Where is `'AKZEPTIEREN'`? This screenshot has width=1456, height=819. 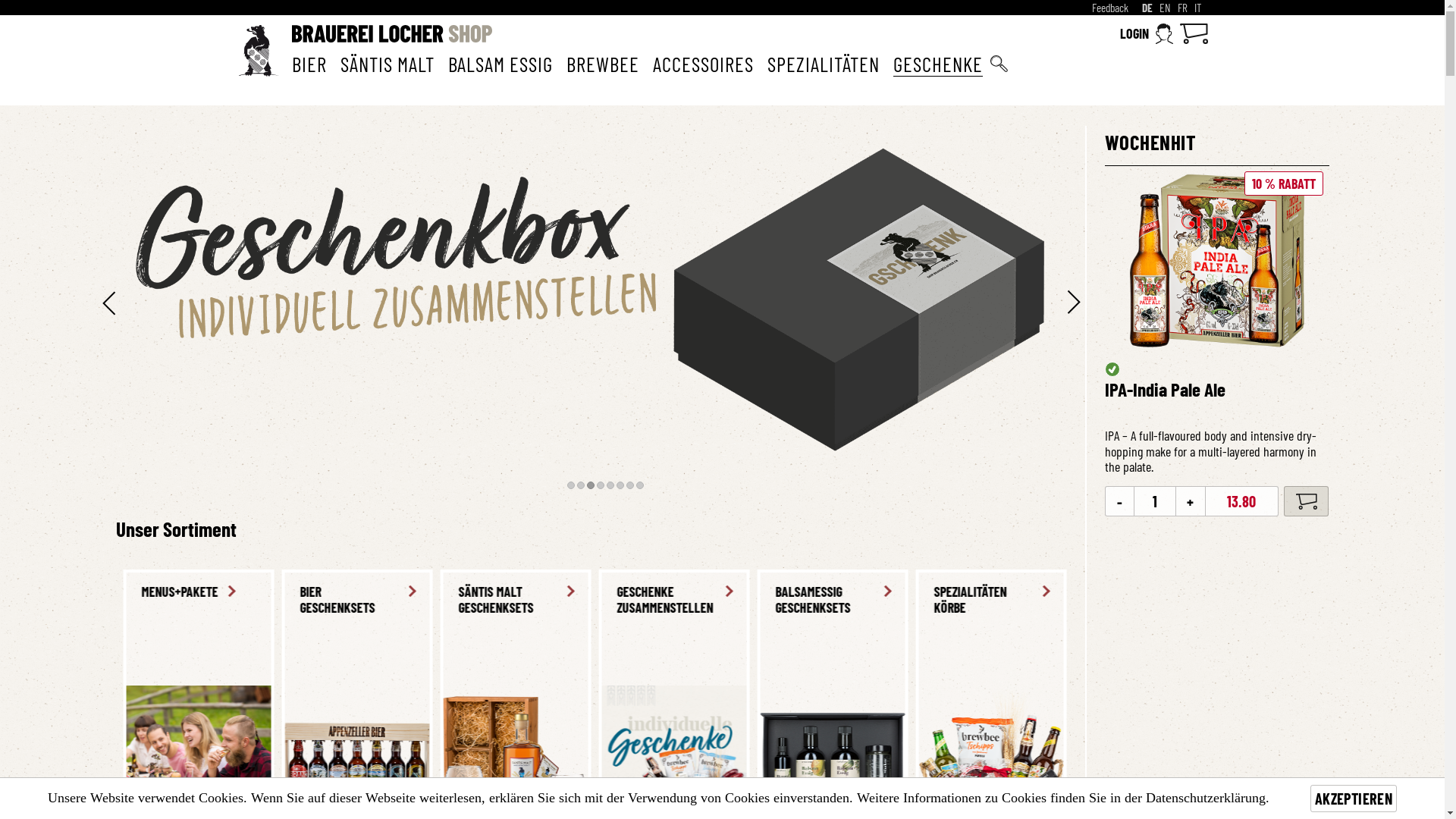 'AKZEPTIEREN' is located at coordinates (1310, 798).